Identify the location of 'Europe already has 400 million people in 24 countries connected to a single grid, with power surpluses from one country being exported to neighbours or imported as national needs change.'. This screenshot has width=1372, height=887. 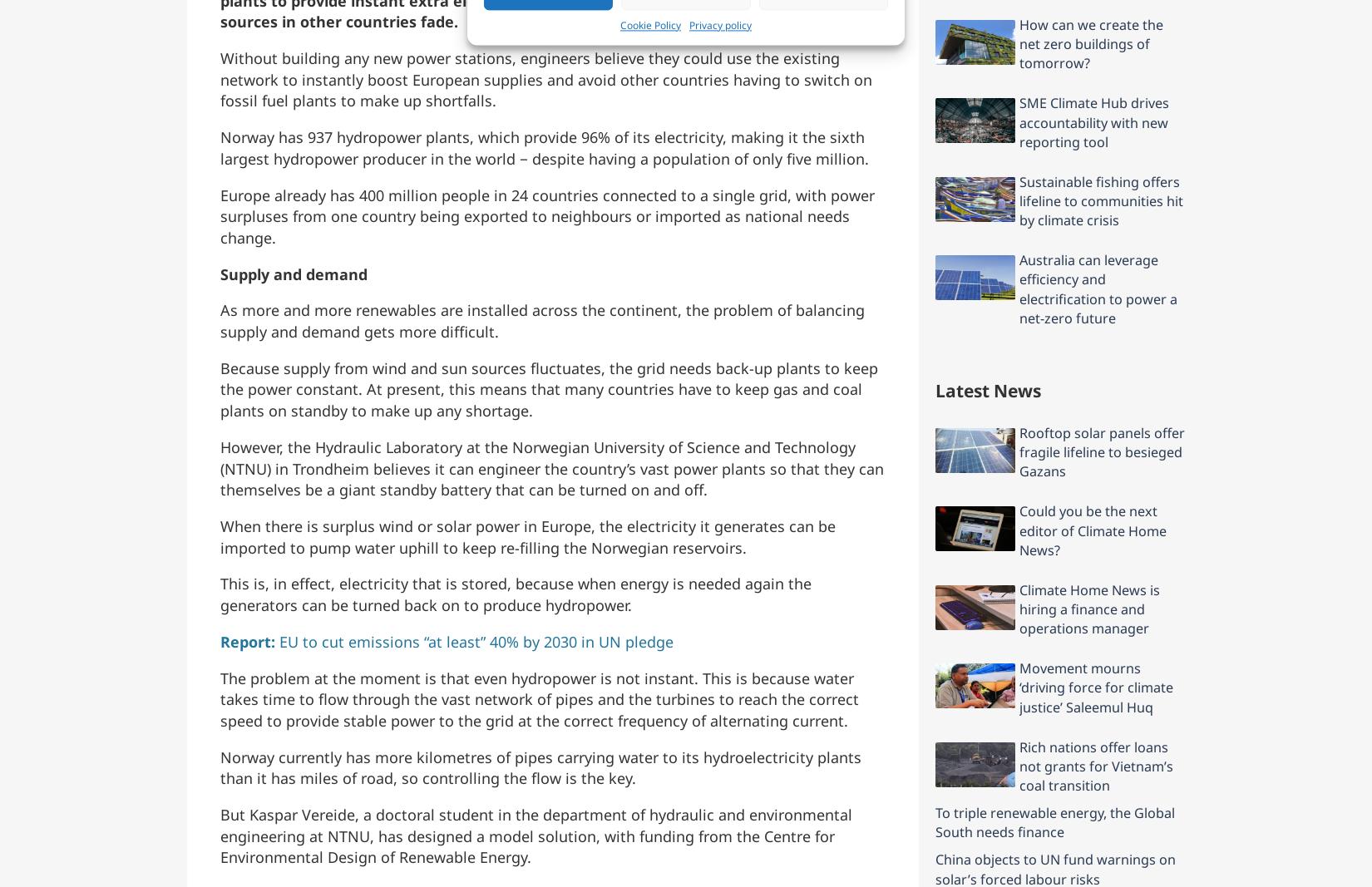
(546, 215).